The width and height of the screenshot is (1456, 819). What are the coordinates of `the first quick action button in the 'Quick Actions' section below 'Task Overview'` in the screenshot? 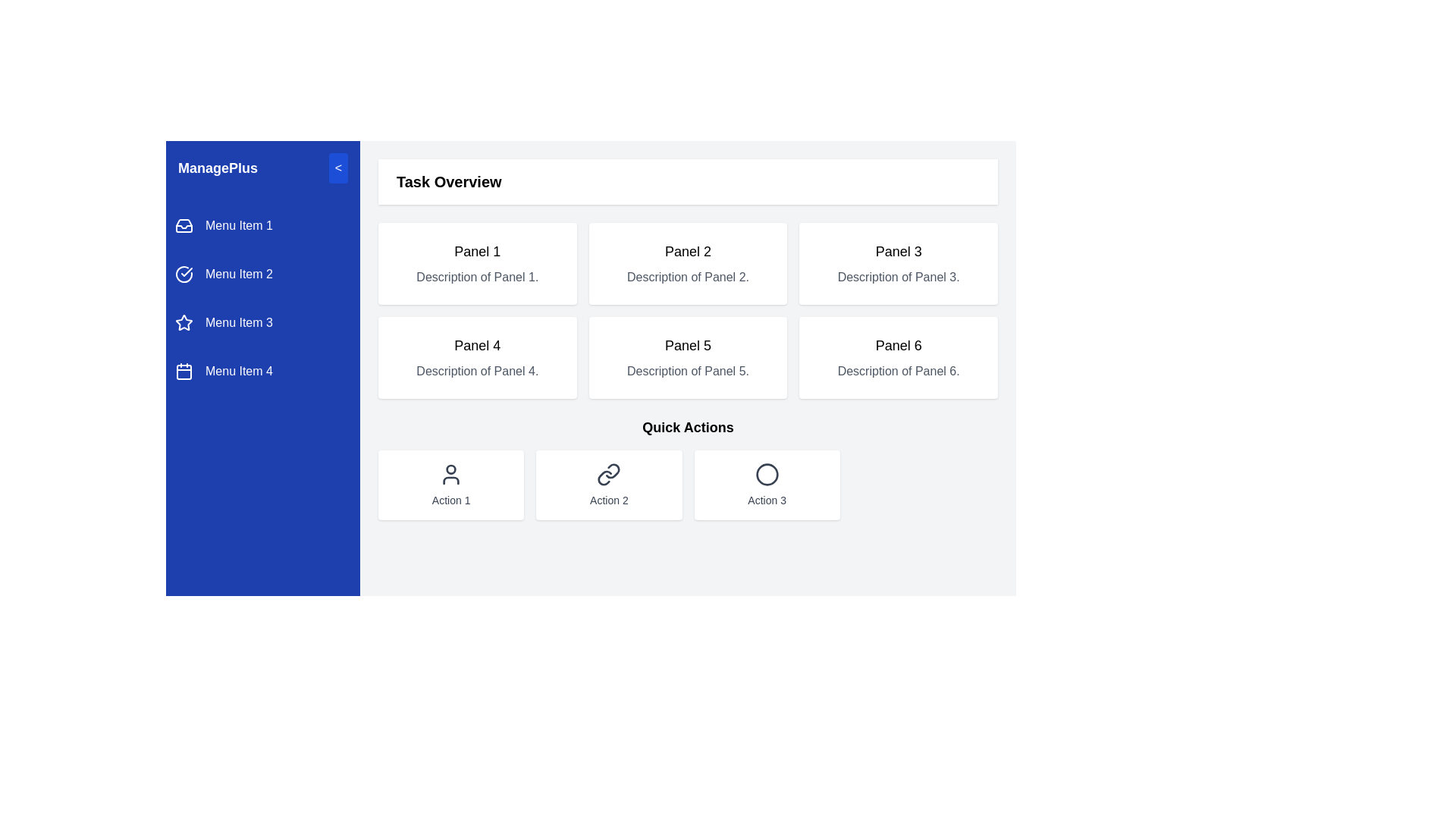 It's located at (450, 485).